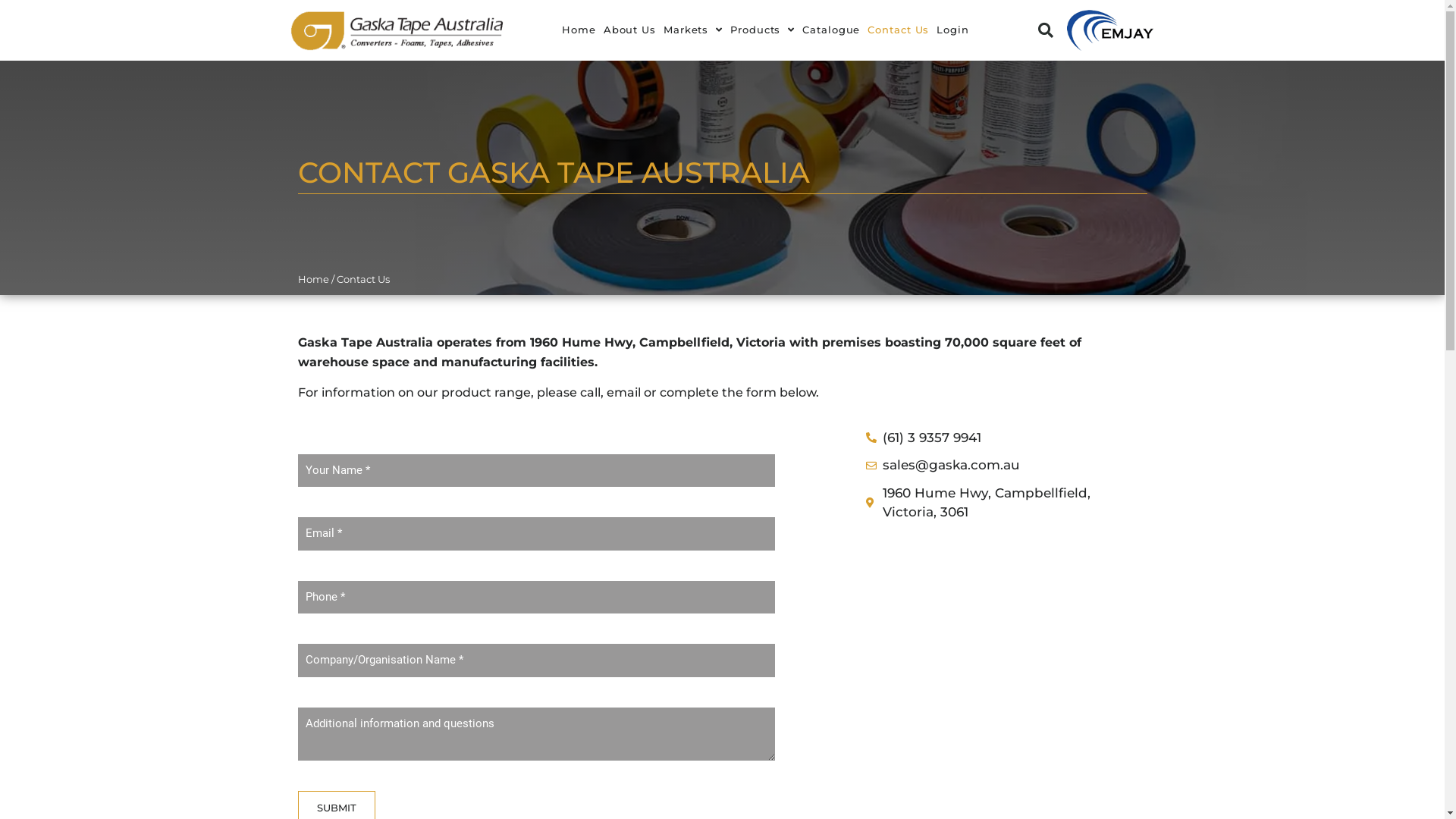 This screenshot has height=819, width=1456. I want to click on 'Catalogue', so click(830, 30).